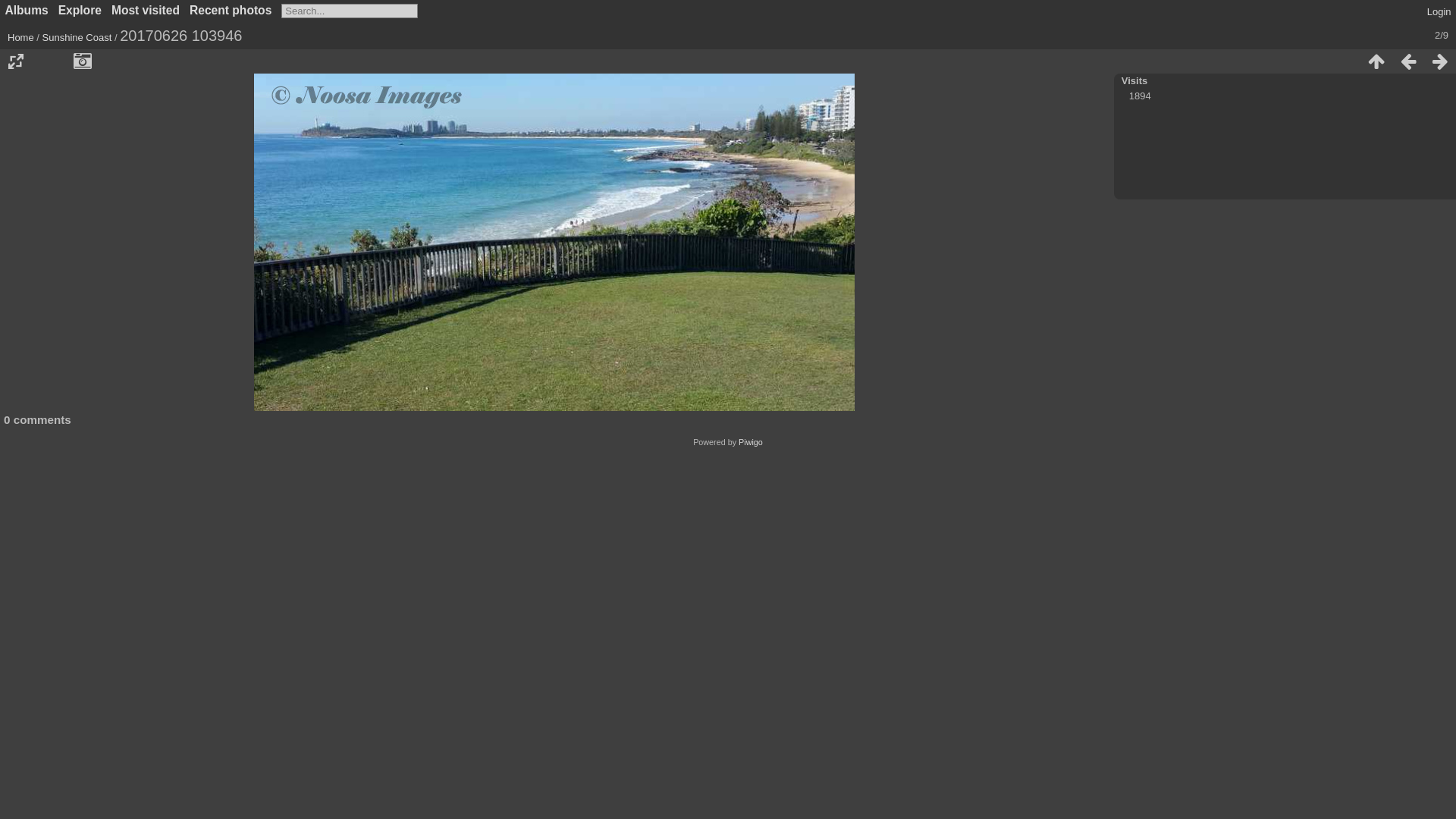  Describe the element at coordinates (1438, 11) in the screenshot. I see `'Login'` at that location.